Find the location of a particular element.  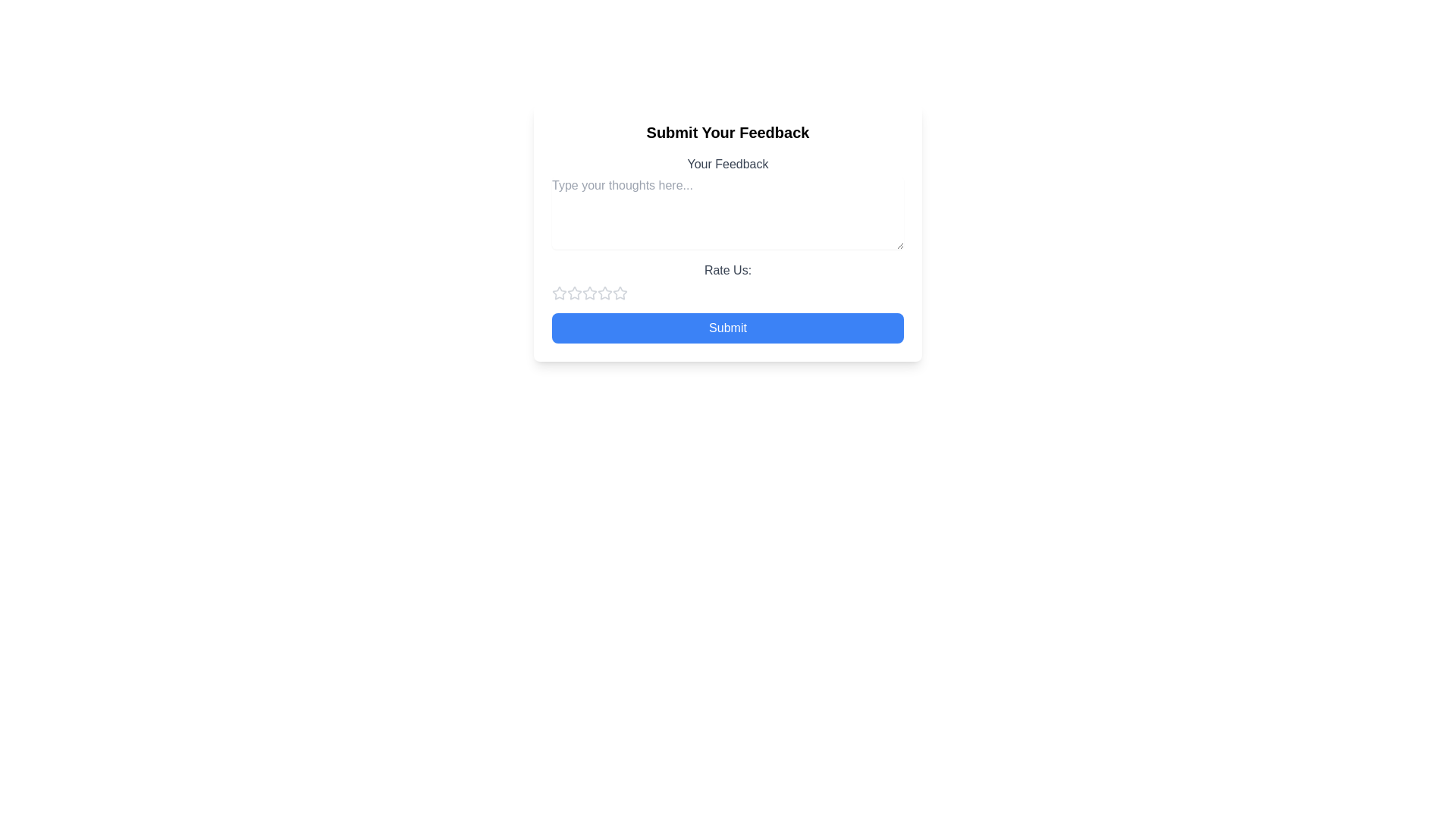

the heading text at the top of the feedback submission section is located at coordinates (728, 131).